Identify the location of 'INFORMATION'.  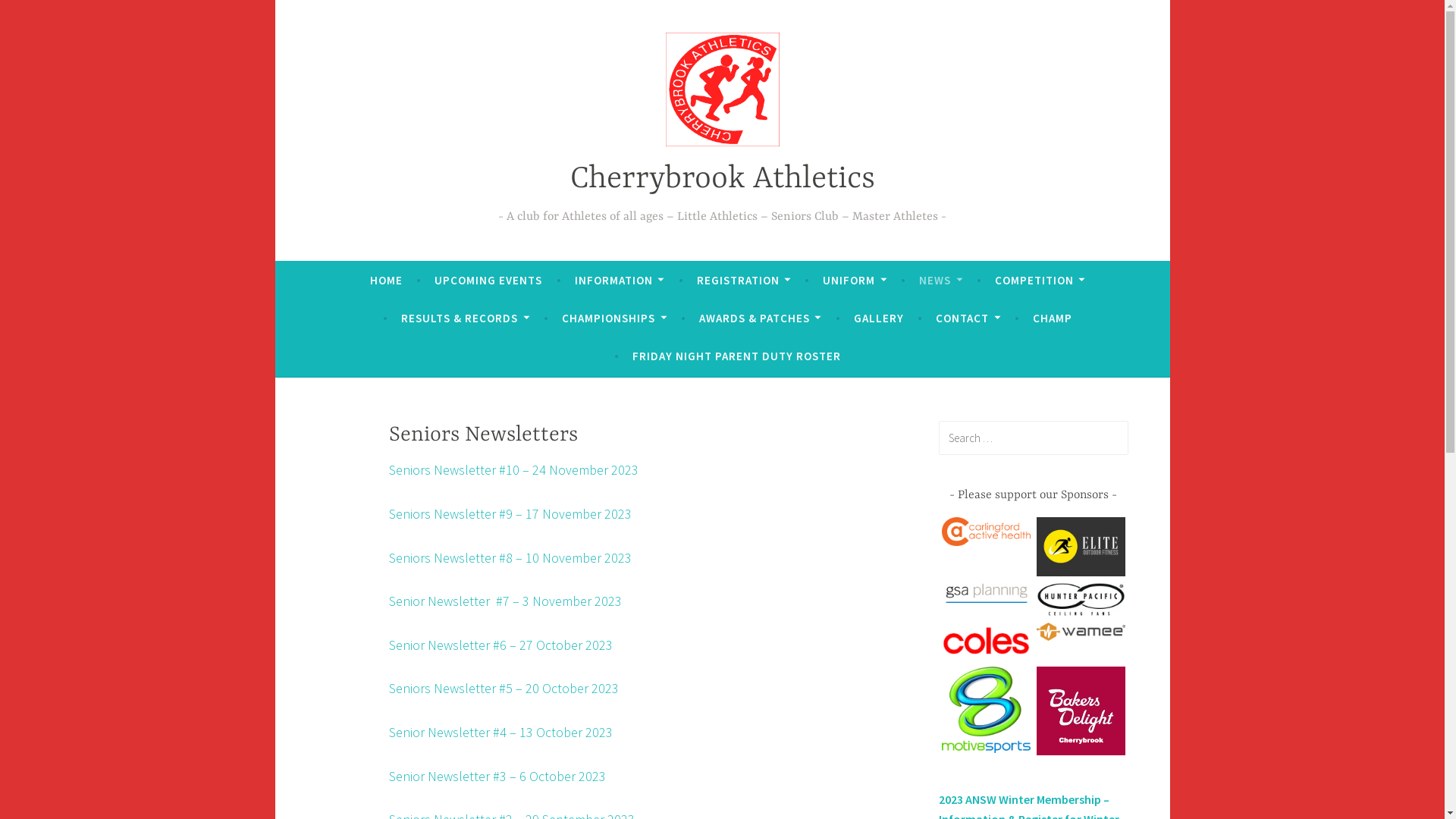
(619, 281).